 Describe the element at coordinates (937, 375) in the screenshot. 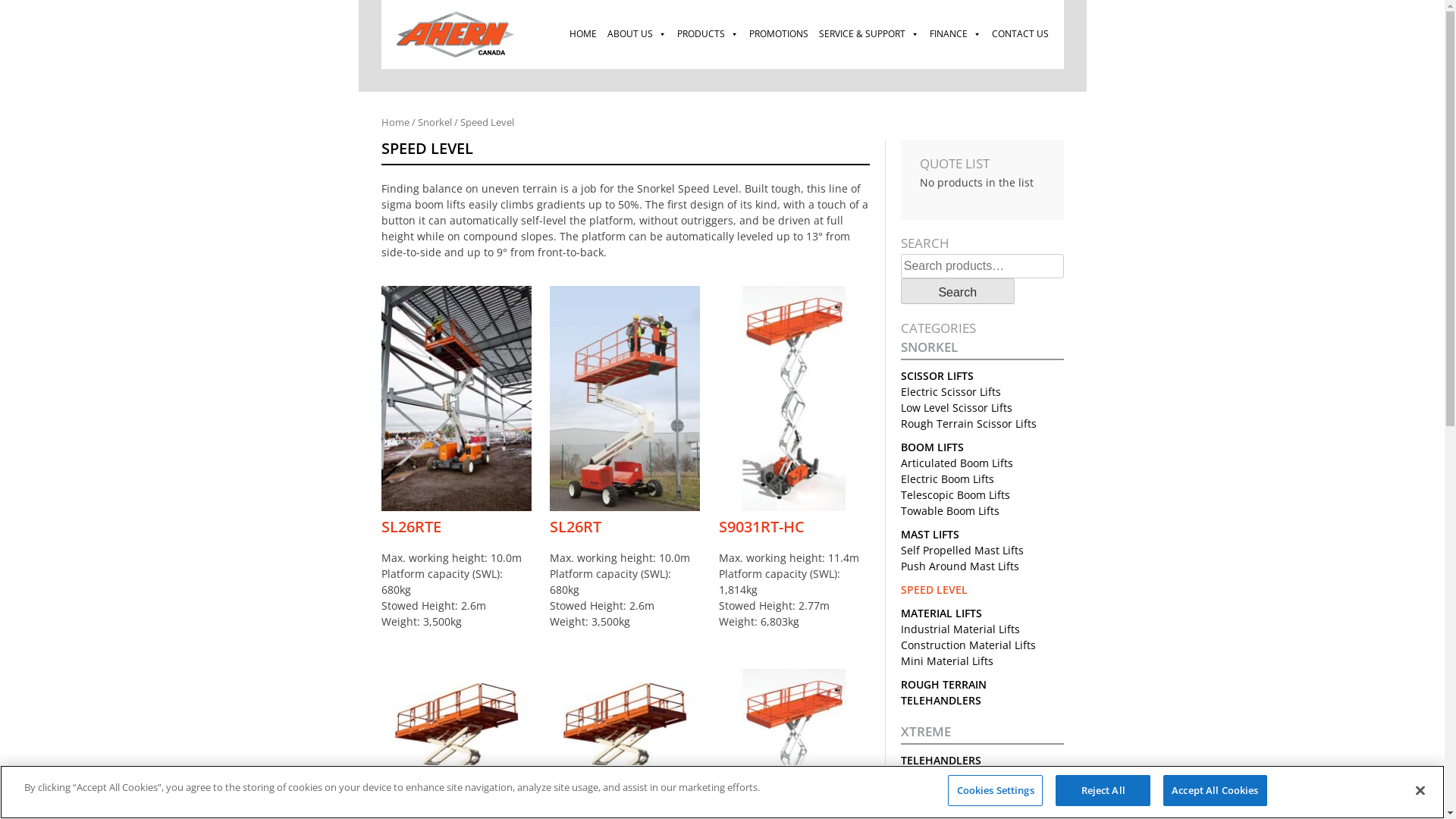

I see `'SCISSOR LIFTS'` at that location.